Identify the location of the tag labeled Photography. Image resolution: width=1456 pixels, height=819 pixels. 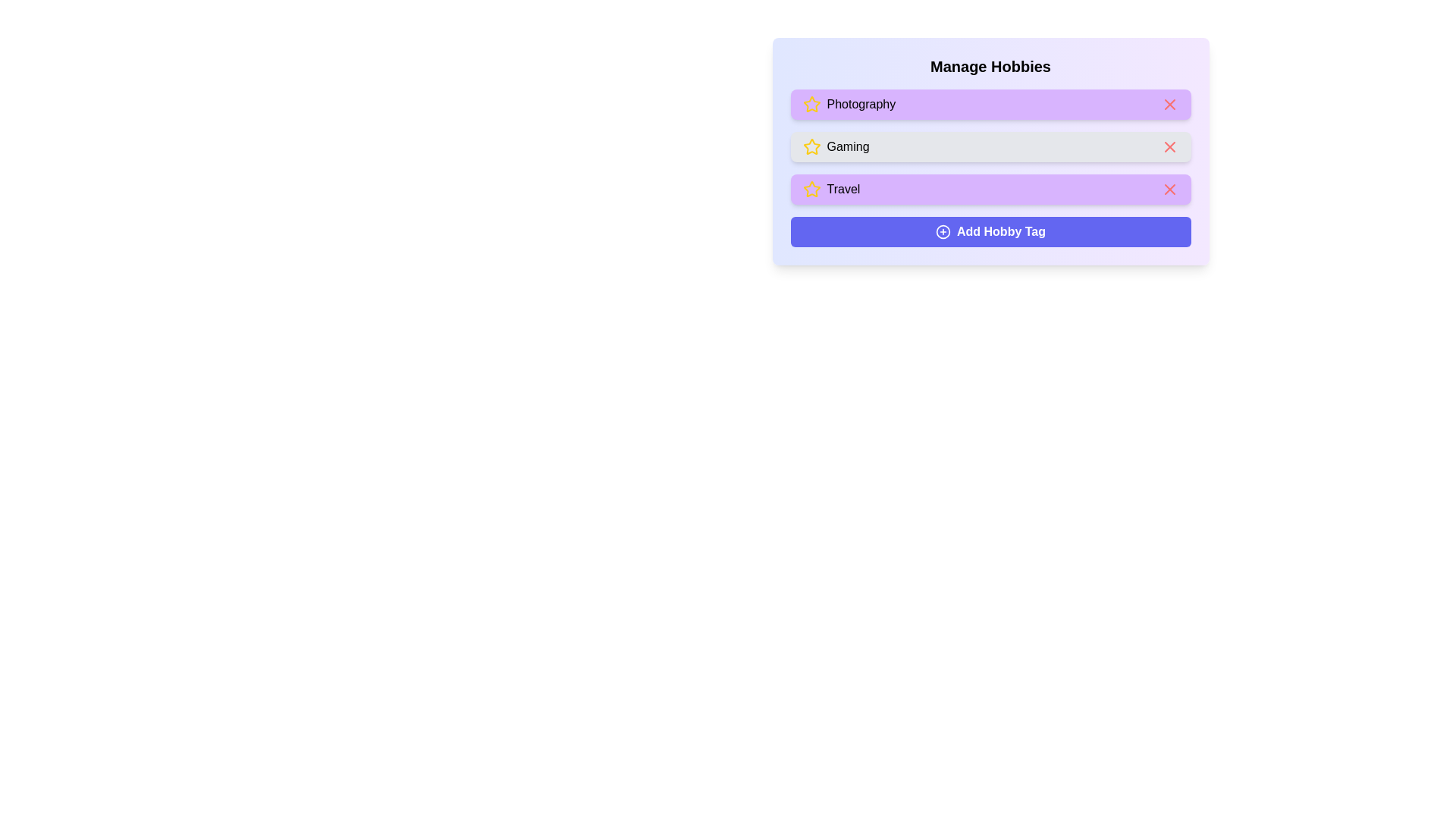
(990, 104).